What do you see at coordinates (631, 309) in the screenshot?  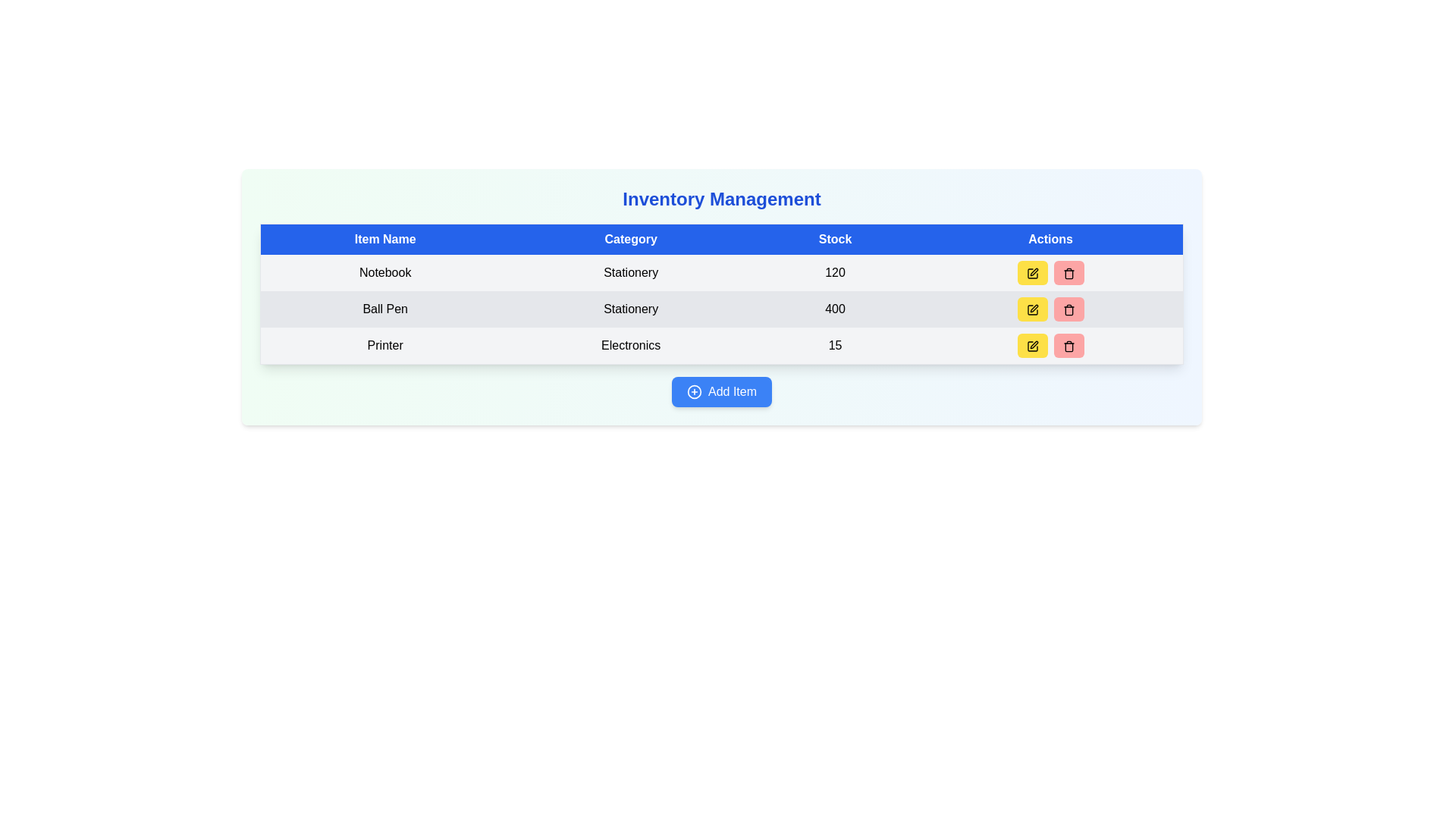 I see `the 'Stationery' text label in the second row of the table under the 'Category' column, corresponding to the 'Ball Pen' item` at bounding box center [631, 309].